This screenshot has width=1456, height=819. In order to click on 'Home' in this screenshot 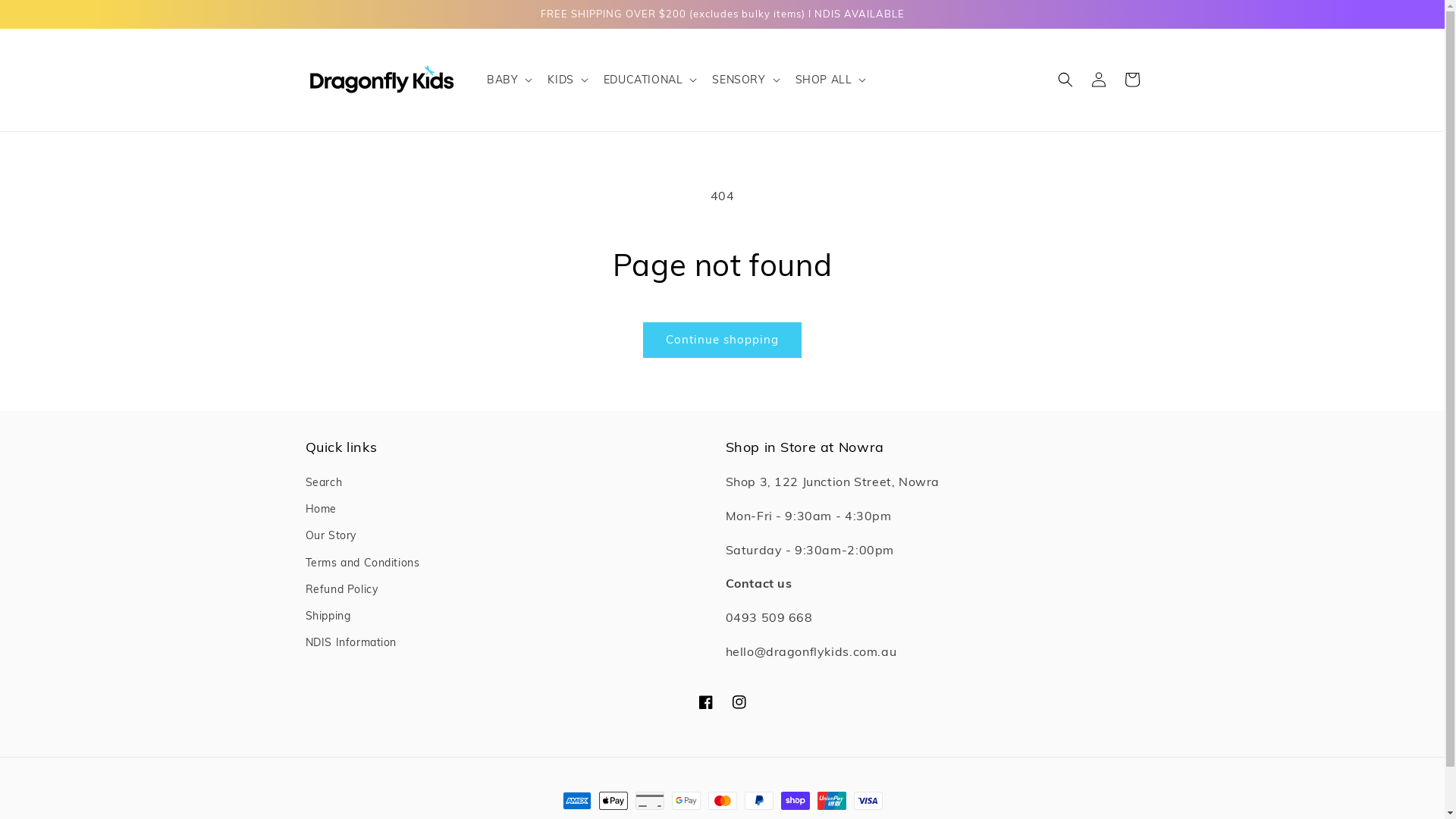, I will do `click(319, 509)`.